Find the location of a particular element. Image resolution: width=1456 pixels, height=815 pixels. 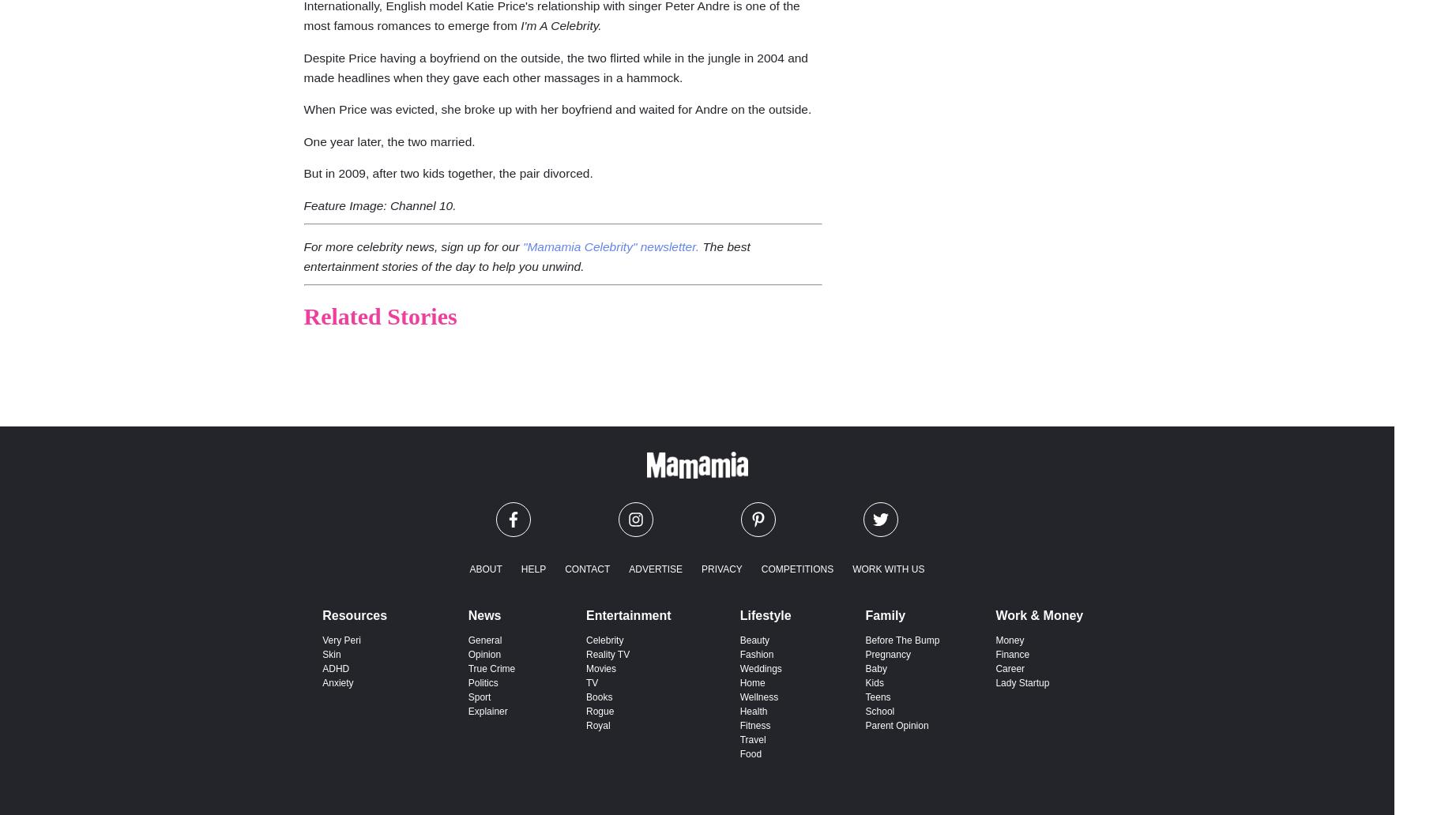

'But in 2009, after two kids together, the pair divorced.' is located at coordinates (303, 172).